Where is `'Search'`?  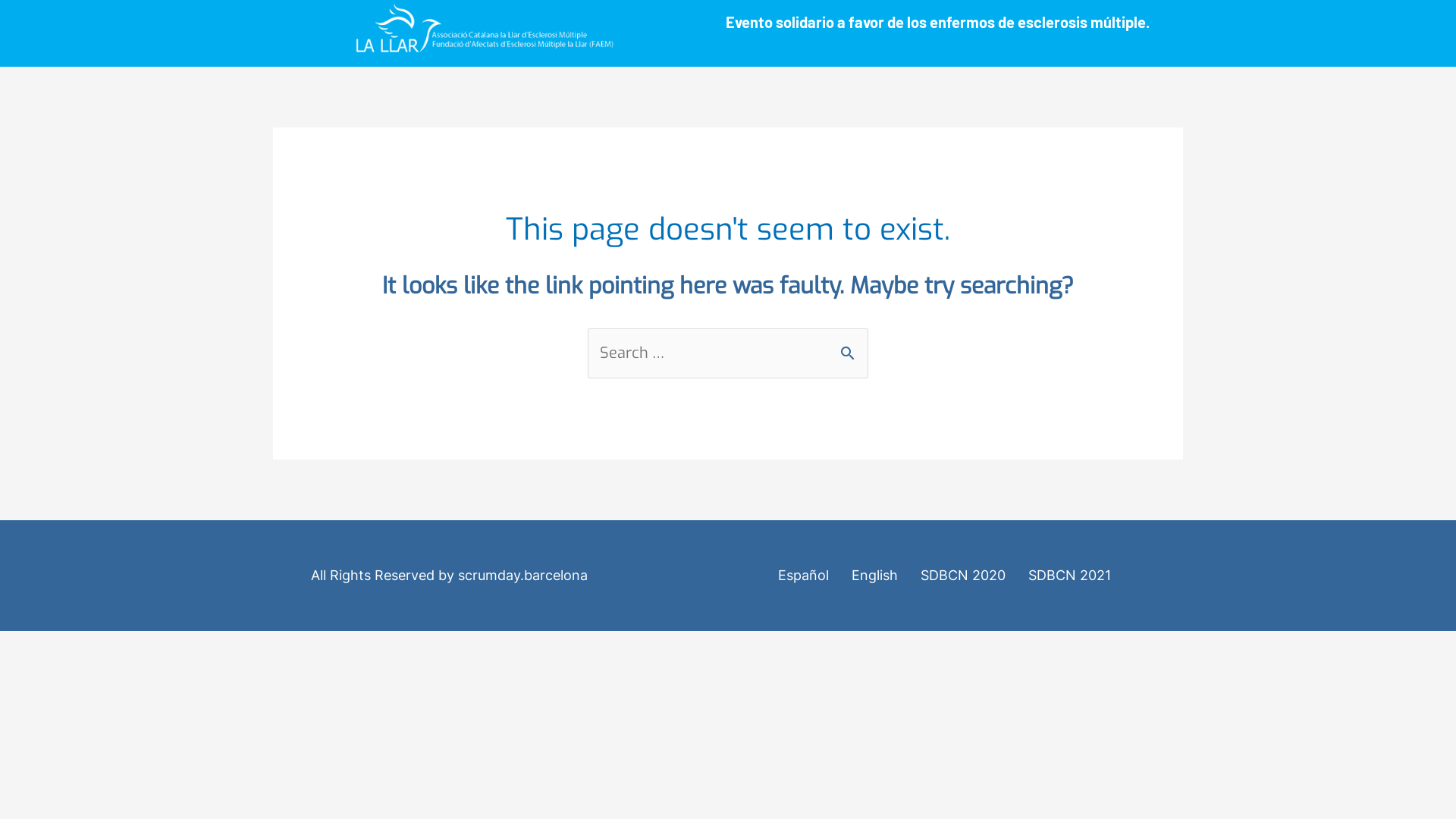 'Search' is located at coordinates (851, 345).